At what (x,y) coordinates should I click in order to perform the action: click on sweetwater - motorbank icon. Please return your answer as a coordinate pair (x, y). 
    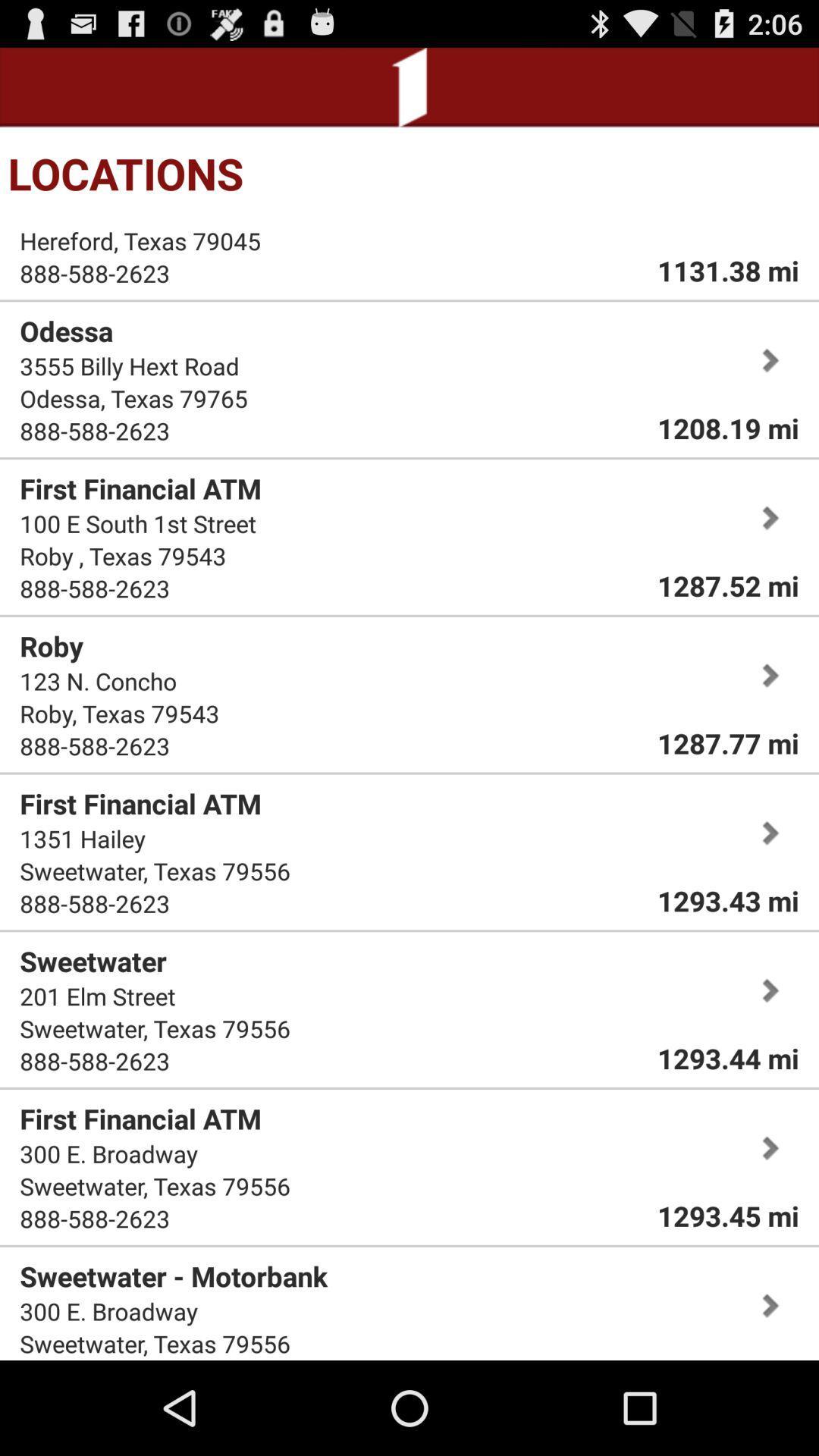
    Looking at the image, I should click on (173, 1276).